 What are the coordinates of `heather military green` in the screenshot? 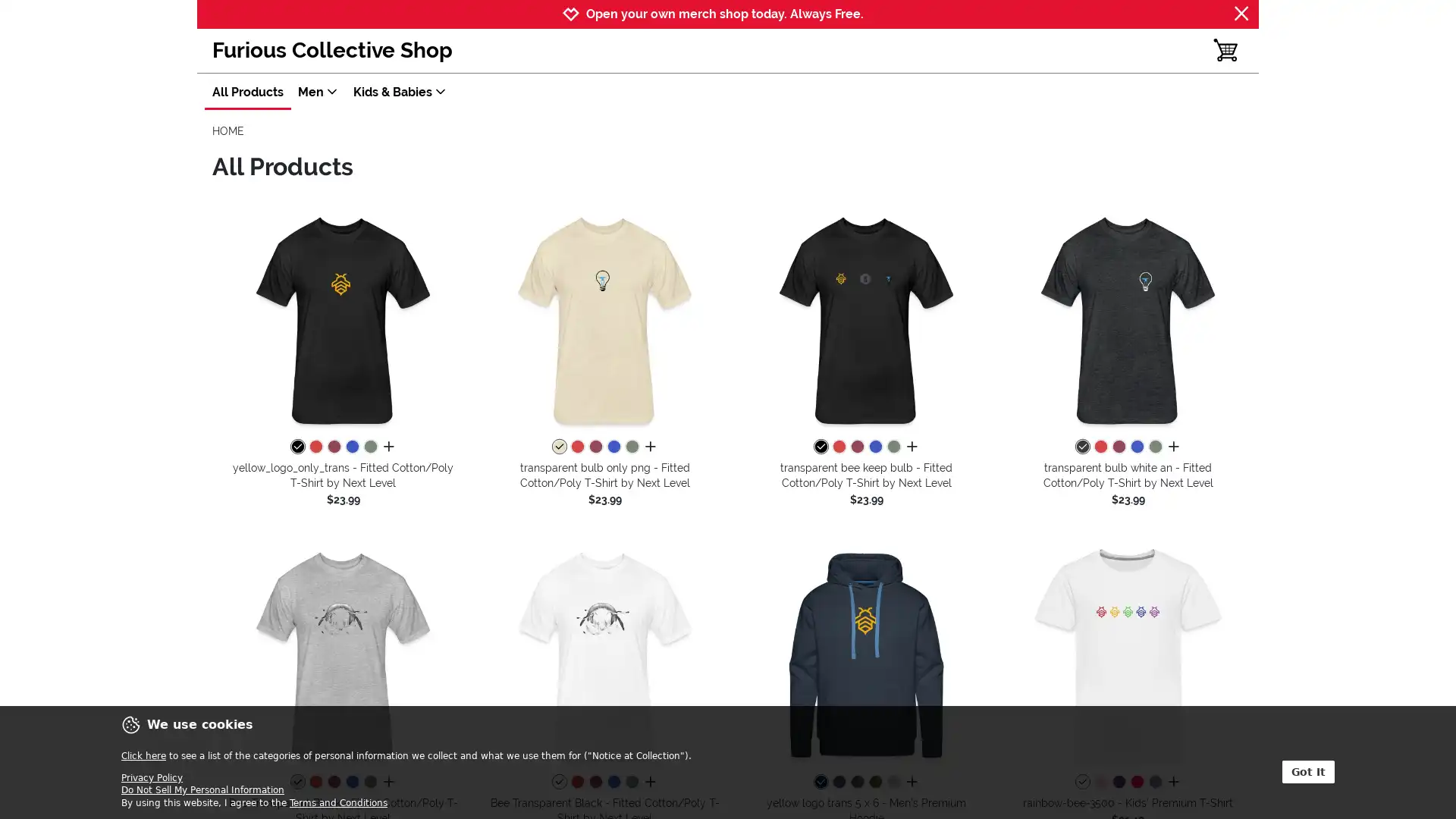 It's located at (1153, 447).